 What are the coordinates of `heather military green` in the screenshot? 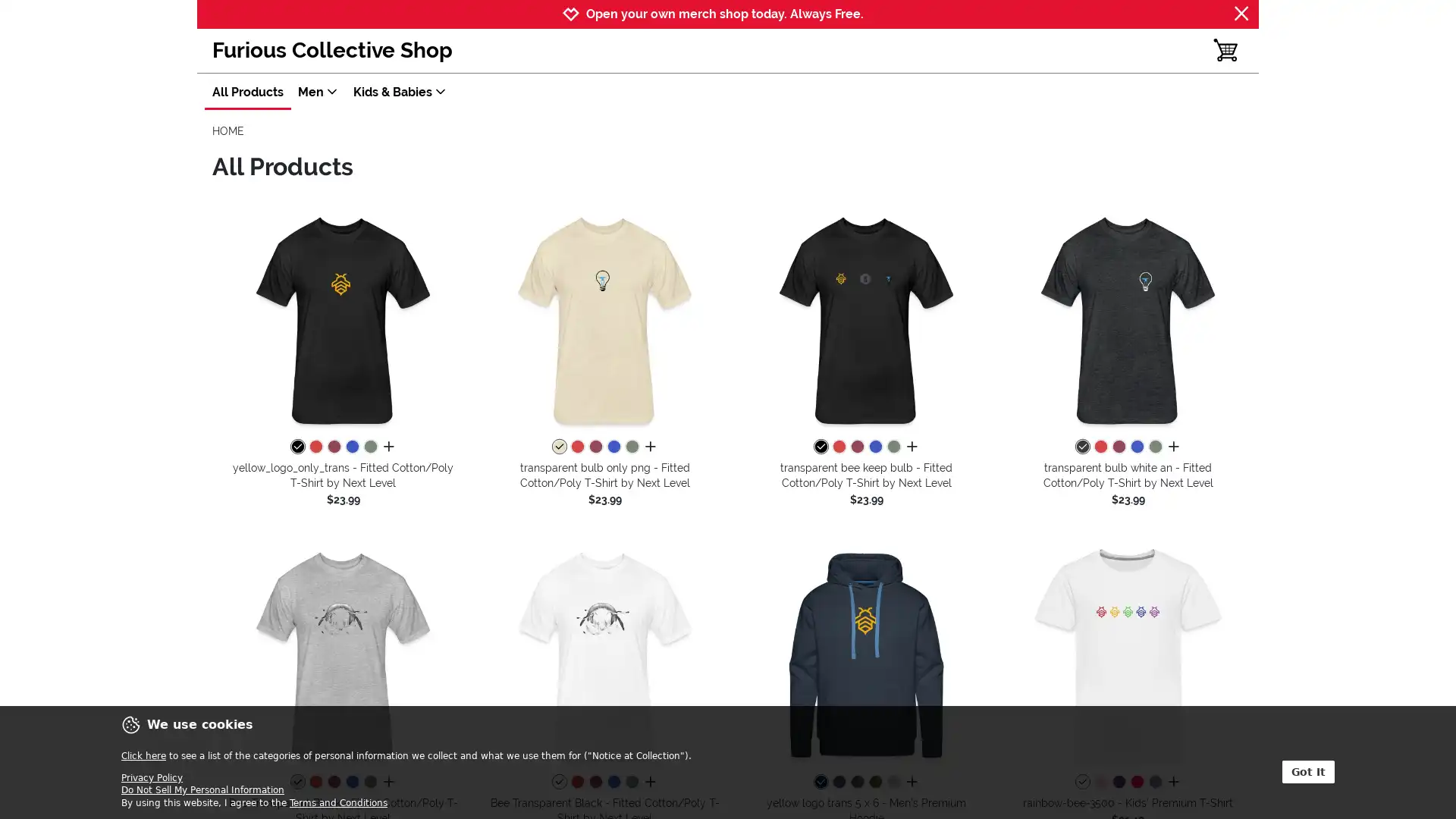 It's located at (1153, 447).